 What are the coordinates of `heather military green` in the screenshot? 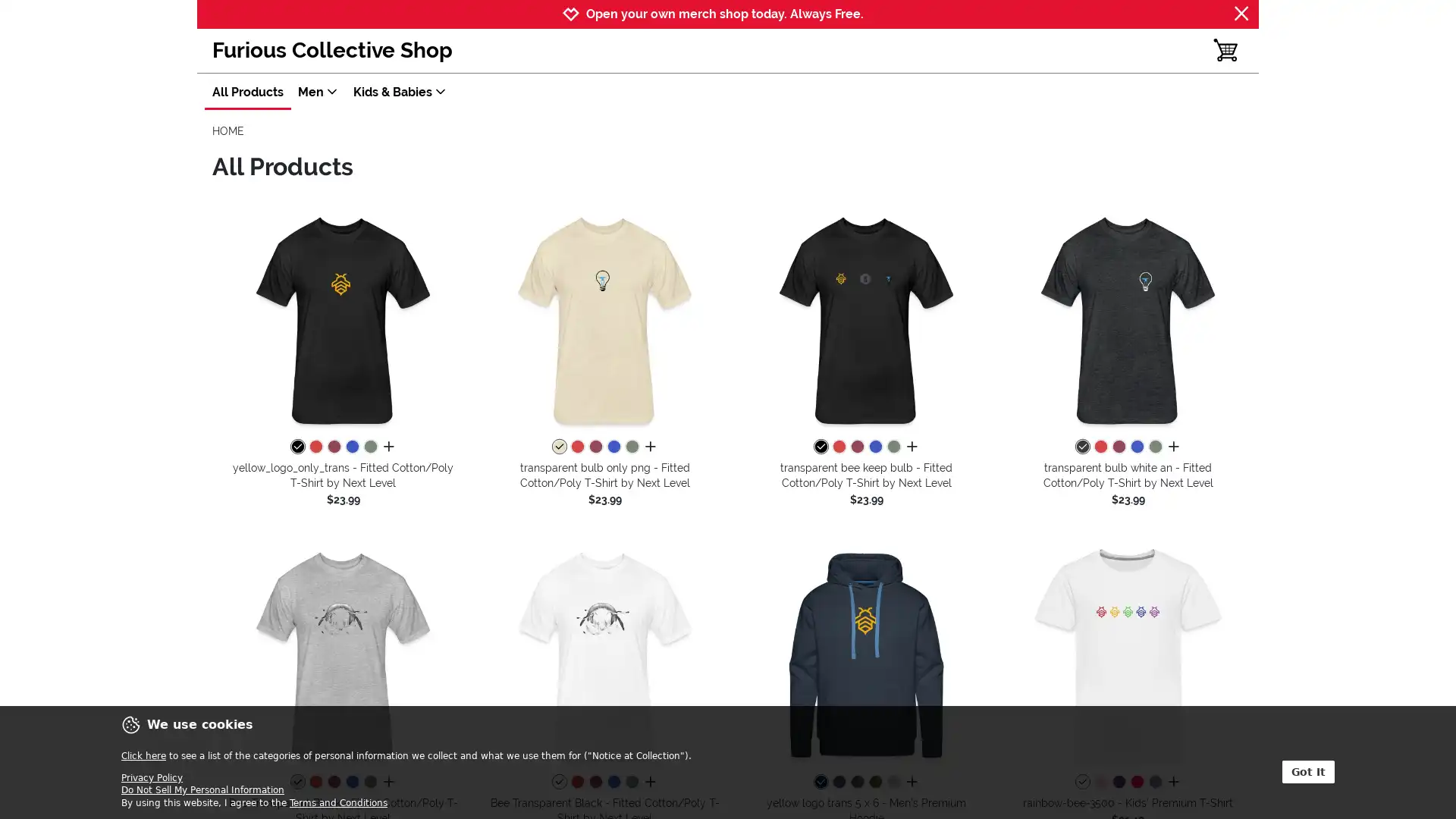 It's located at (1153, 447).